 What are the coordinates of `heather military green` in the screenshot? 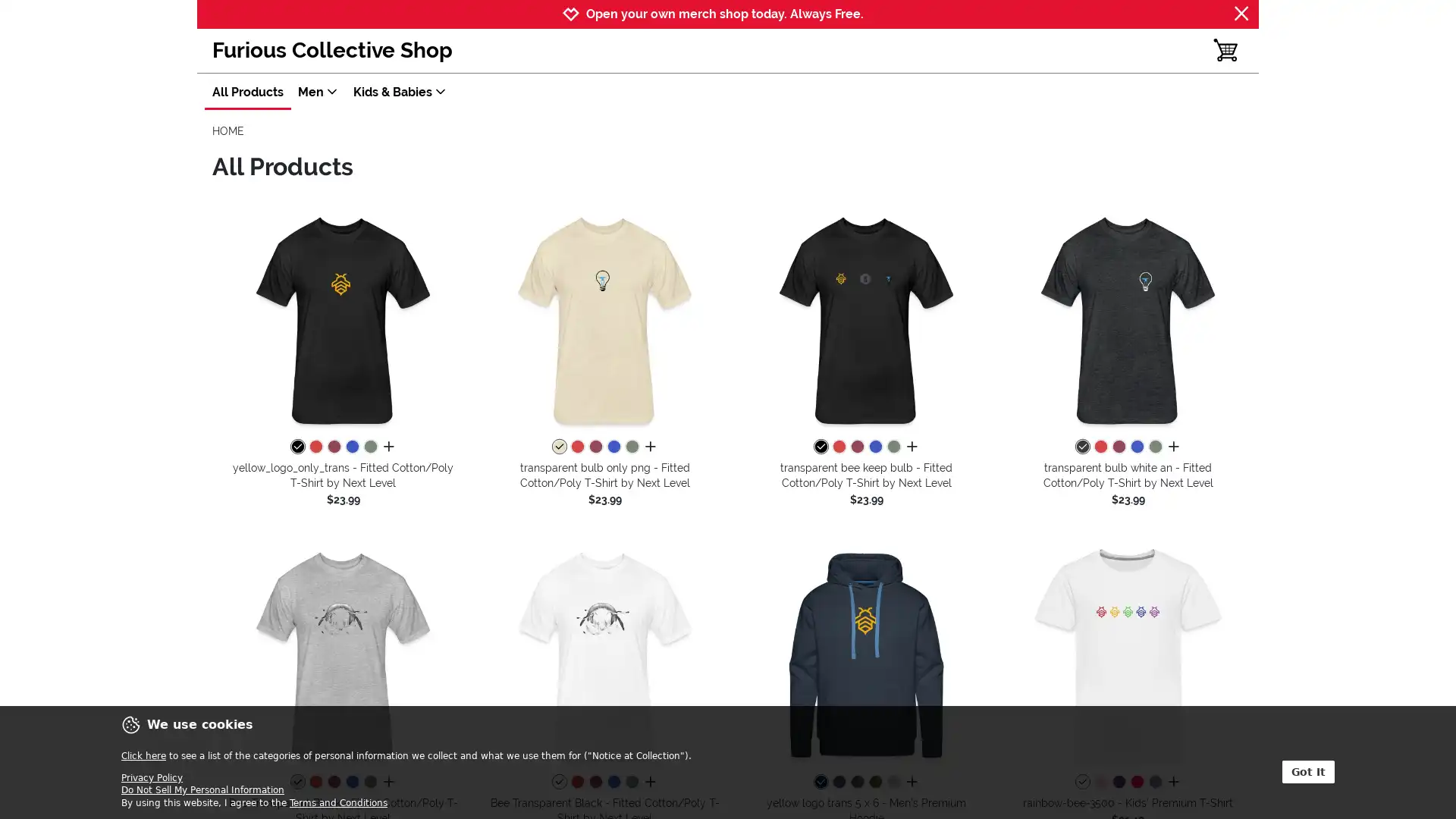 It's located at (1153, 447).